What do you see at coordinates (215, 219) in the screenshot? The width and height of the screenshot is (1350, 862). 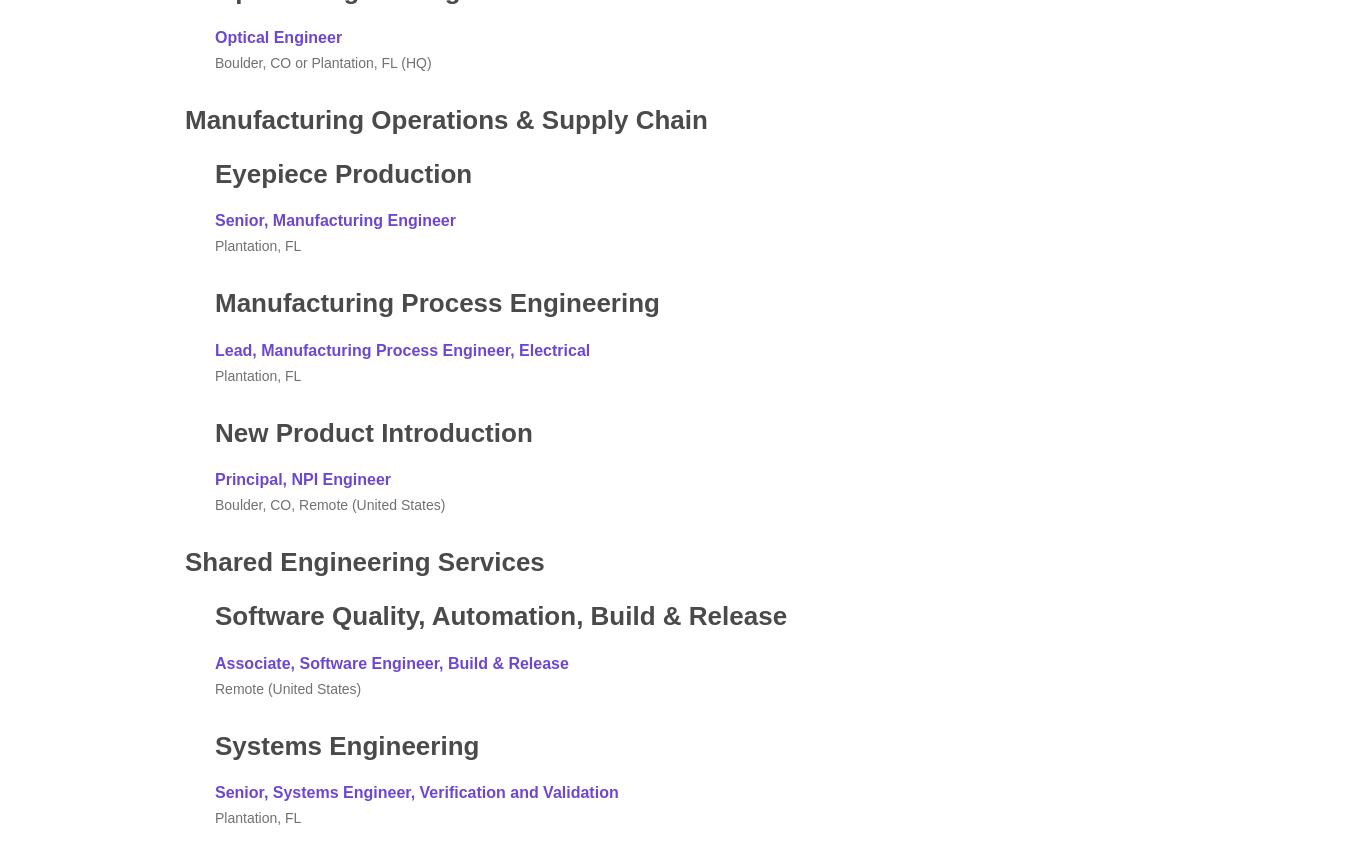 I see `'Senior, Manufacturing Engineer'` at bounding box center [215, 219].